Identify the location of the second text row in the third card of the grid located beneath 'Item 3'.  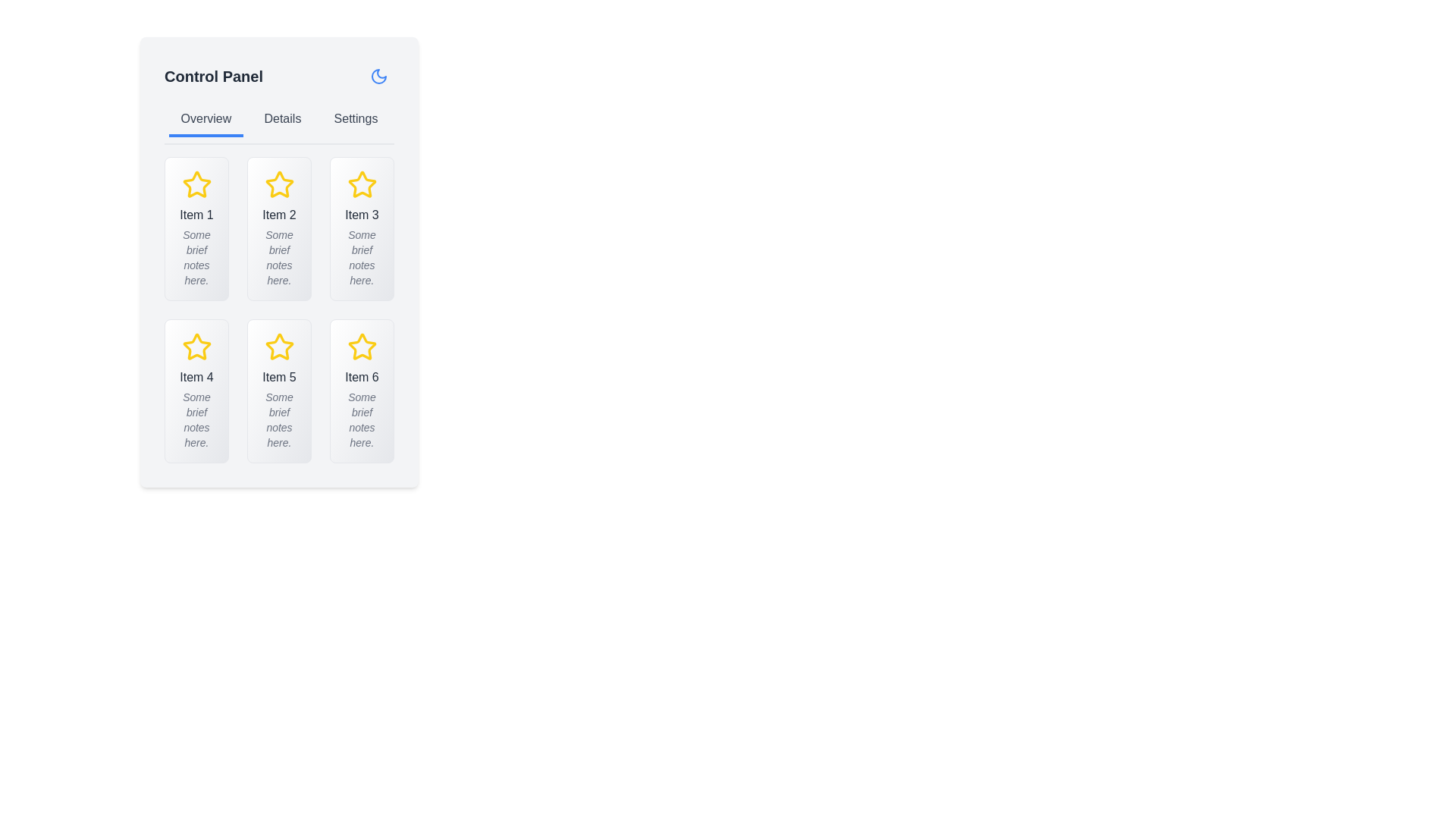
(361, 256).